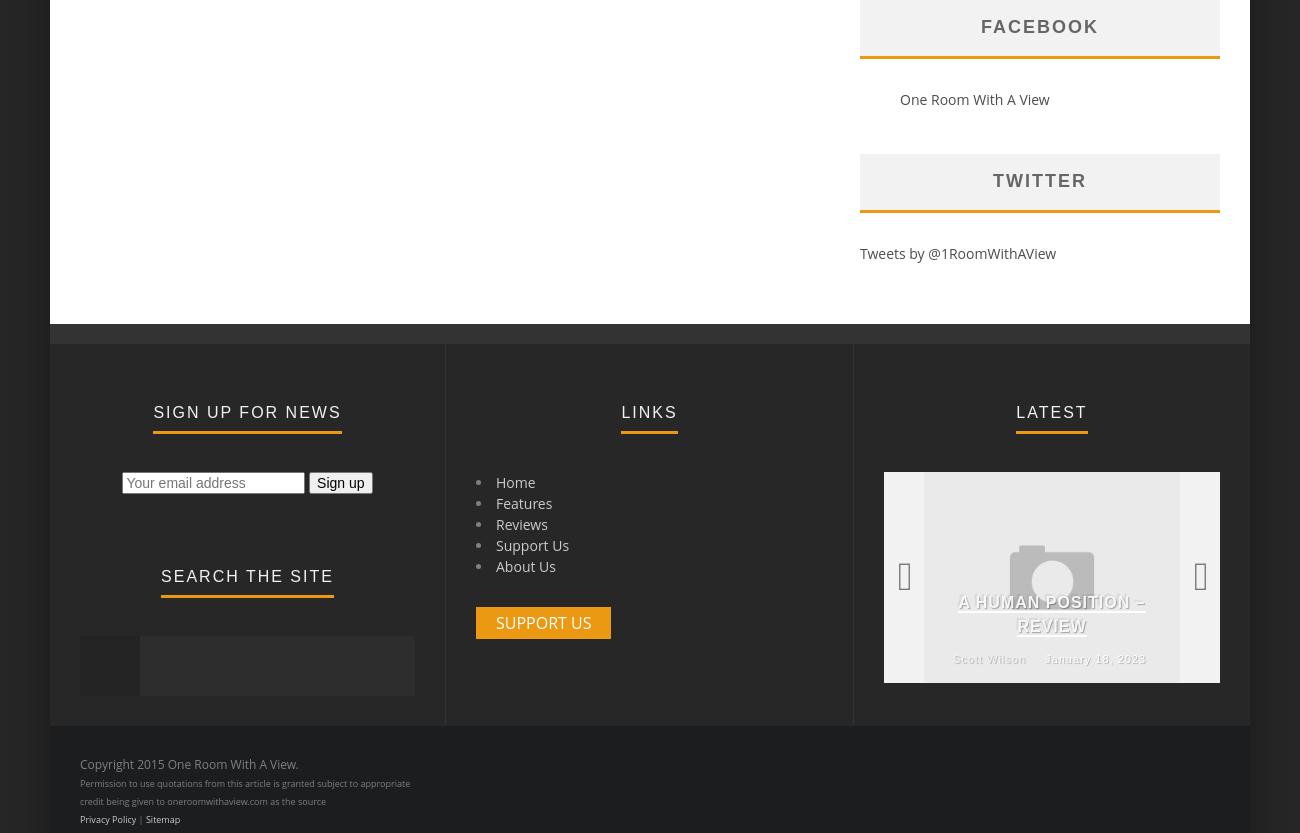 Image resolution: width=1300 pixels, height=833 pixels. What do you see at coordinates (521, 524) in the screenshot?
I see `'Reviews'` at bounding box center [521, 524].